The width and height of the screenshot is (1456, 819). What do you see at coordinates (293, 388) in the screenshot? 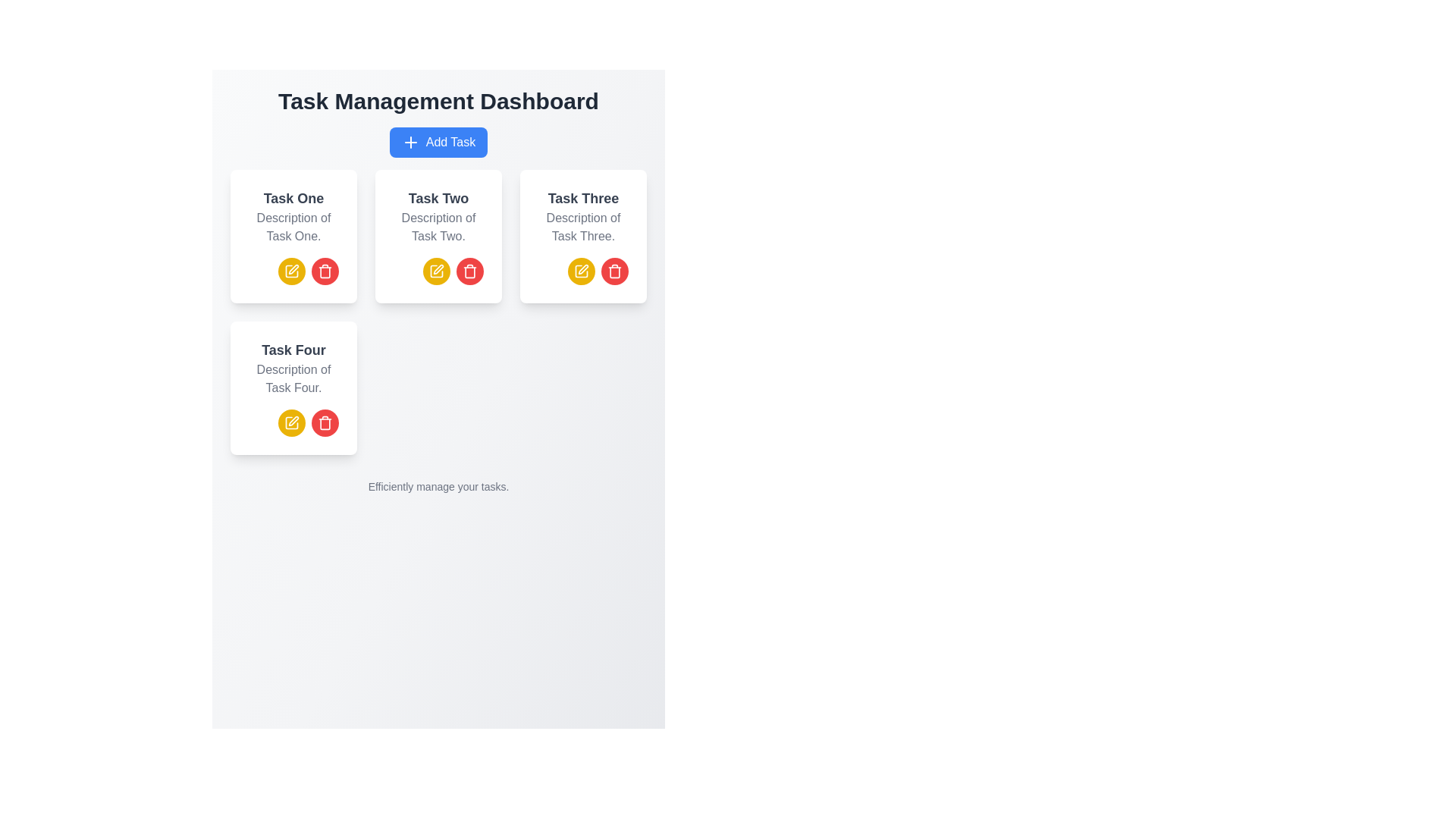
I see `task title 'Task Four' and description 'Description of Task Four' from the task card located in the lower-left part of the grid layout` at bounding box center [293, 388].